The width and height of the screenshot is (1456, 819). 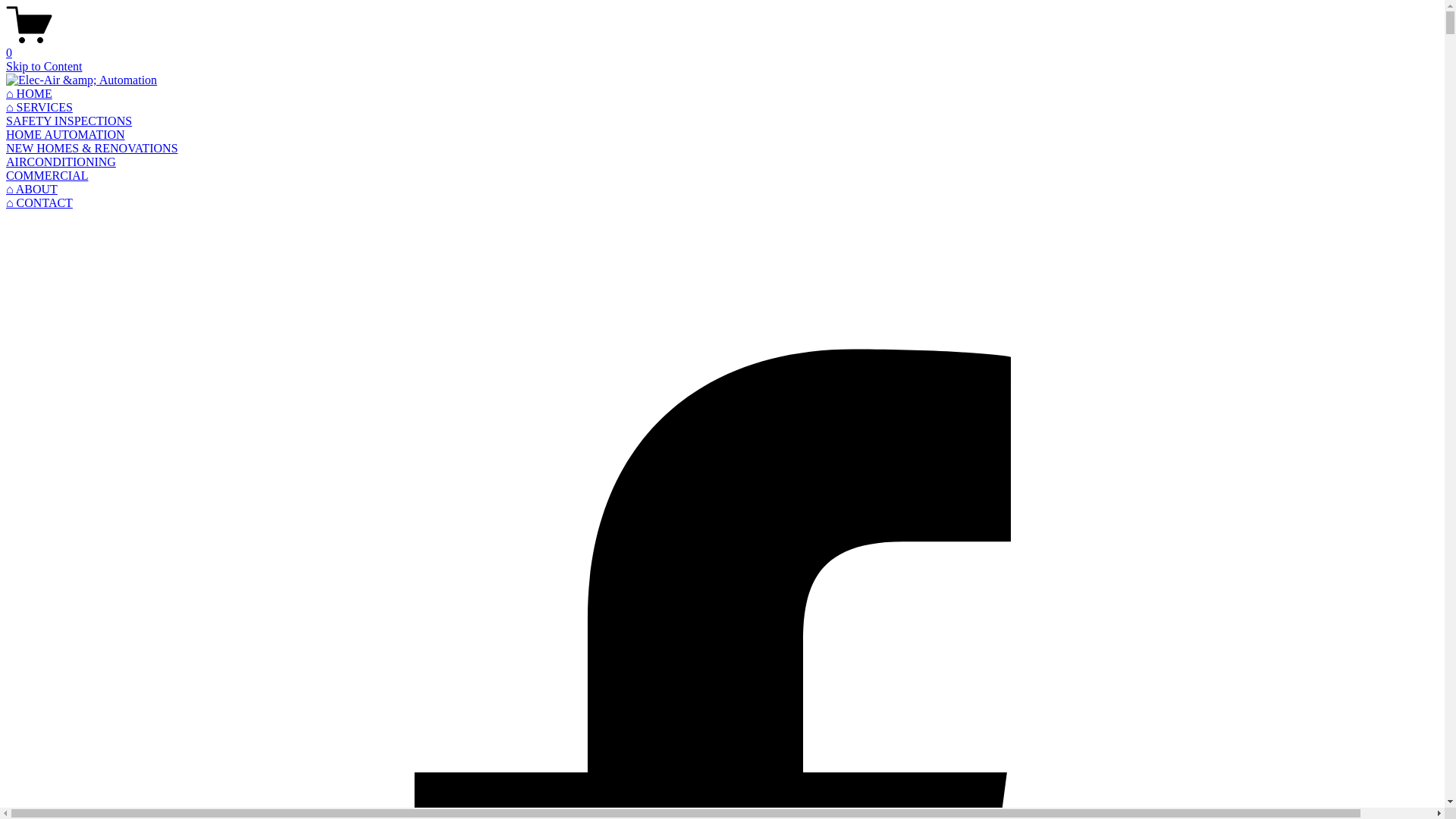 What do you see at coordinates (68, 120) in the screenshot?
I see `'SAFETY INSPECTIONS'` at bounding box center [68, 120].